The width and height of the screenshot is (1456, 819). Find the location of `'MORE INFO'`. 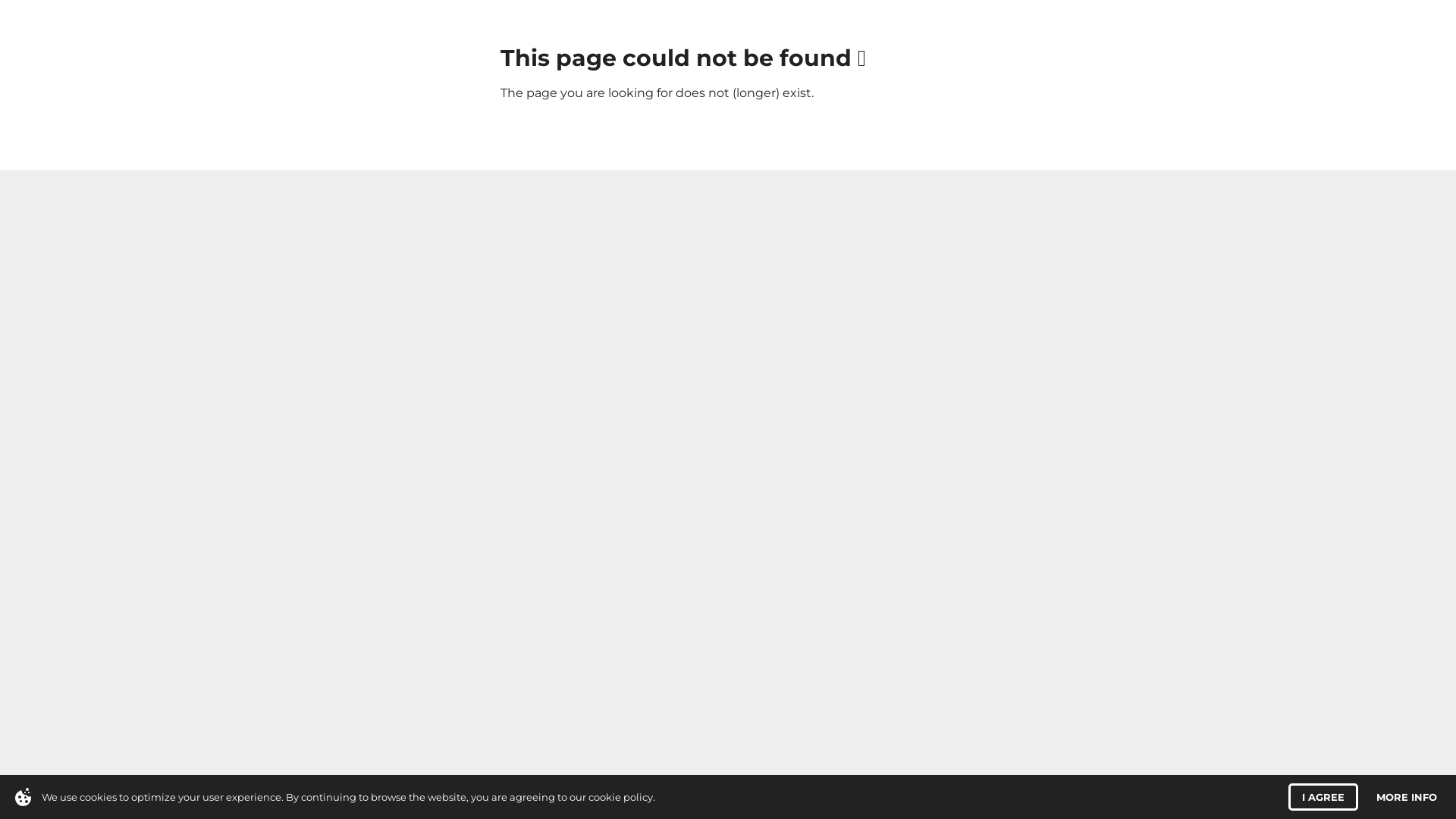

'MORE INFO' is located at coordinates (1405, 795).